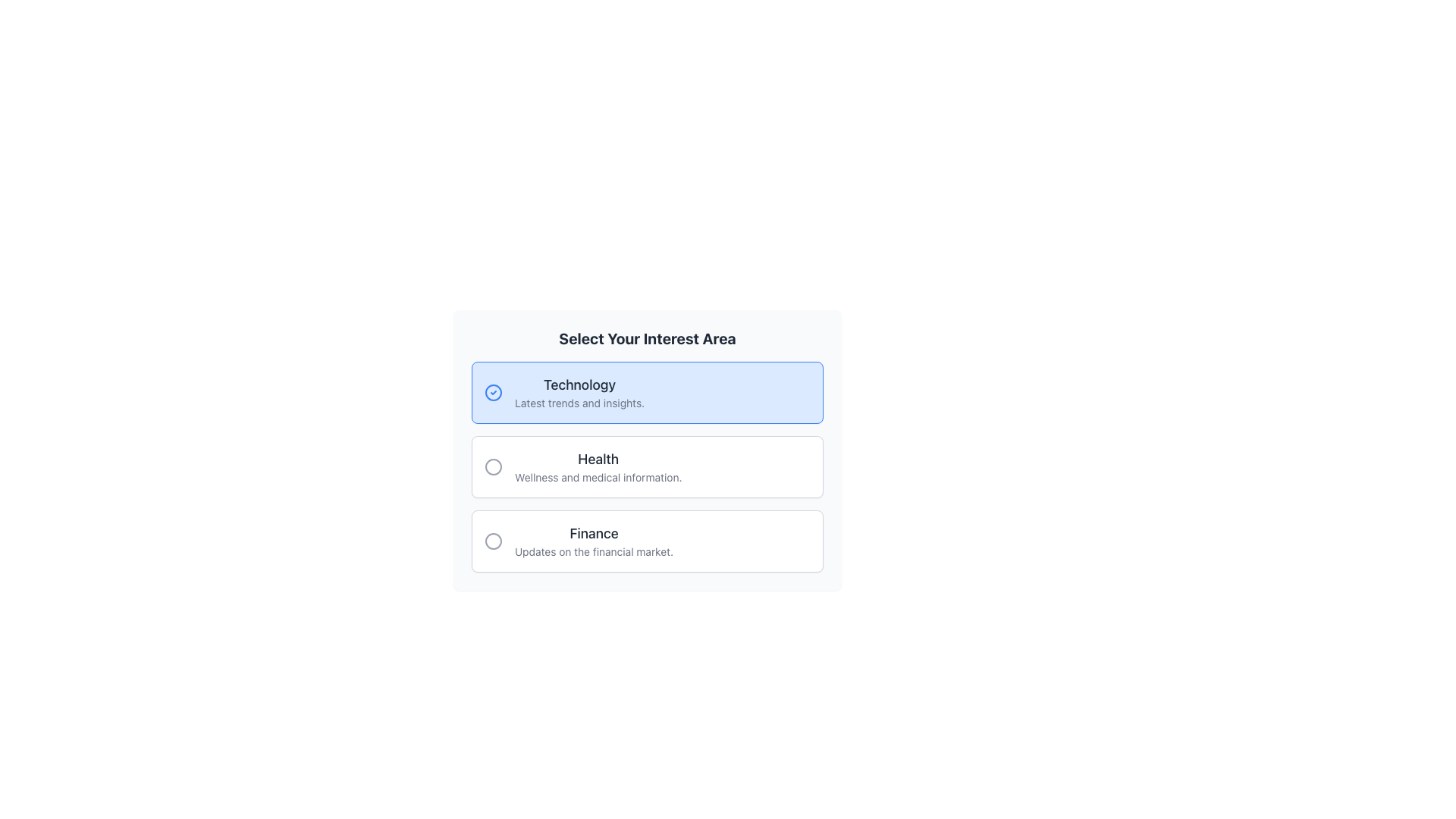 The height and width of the screenshot is (819, 1456). Describe the element at coordinates (579, 391) in the screenshot. I see `text on the 'Technology' category option in the selectable group 'Select Your Interest Area', which is currently highlighted as active` at that location.